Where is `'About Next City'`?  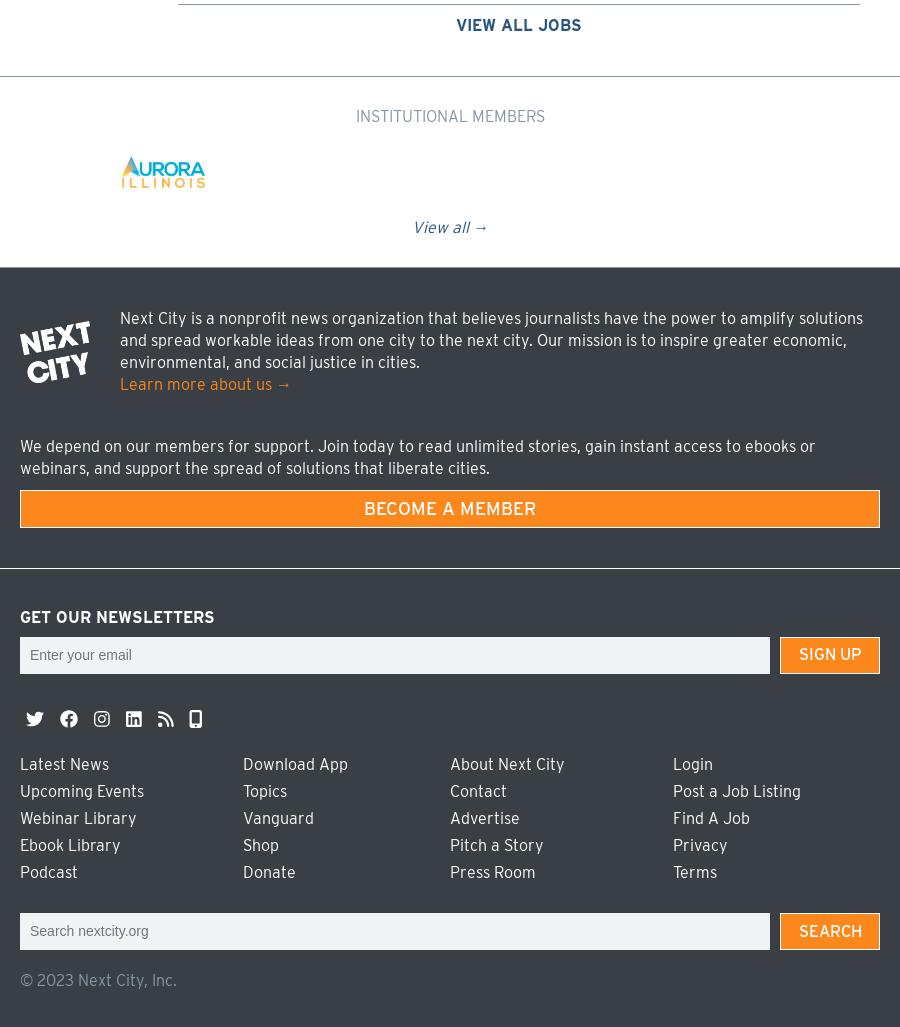 'About Next City' is located at coordinates (506, 763).